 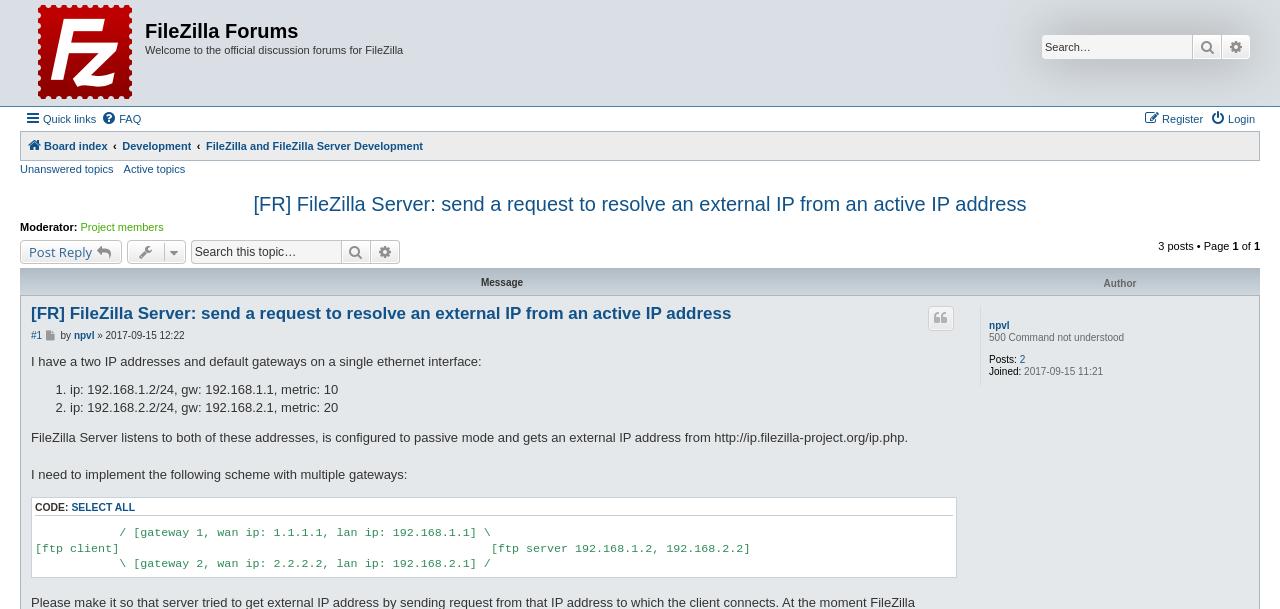 I want to click on '2017-09-15 12:22', so click(x=143, y=333).